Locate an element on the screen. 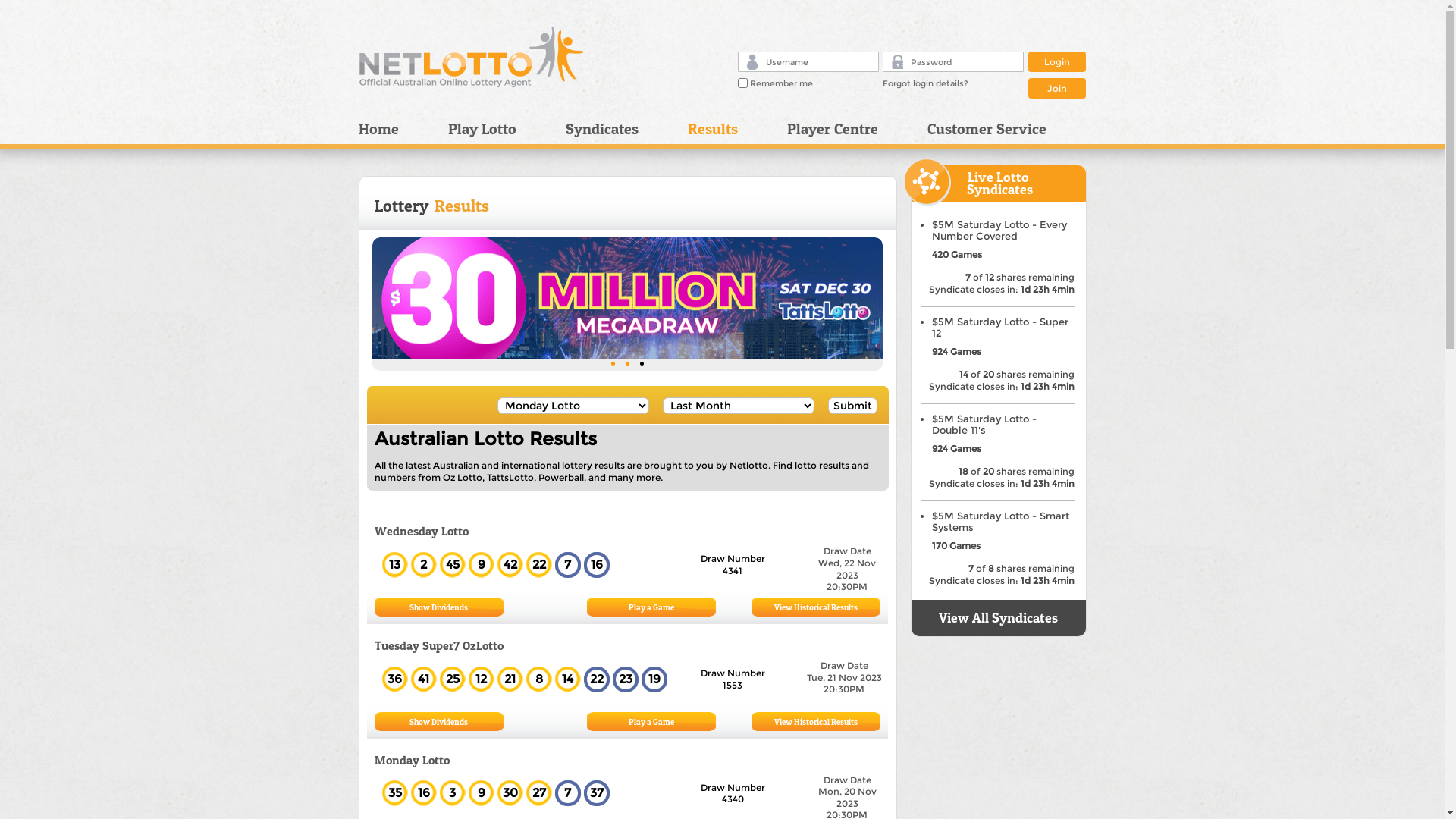 This screenshot has width=1456, height=819. 'View Historical Results' is located at coordinates (814, 606).